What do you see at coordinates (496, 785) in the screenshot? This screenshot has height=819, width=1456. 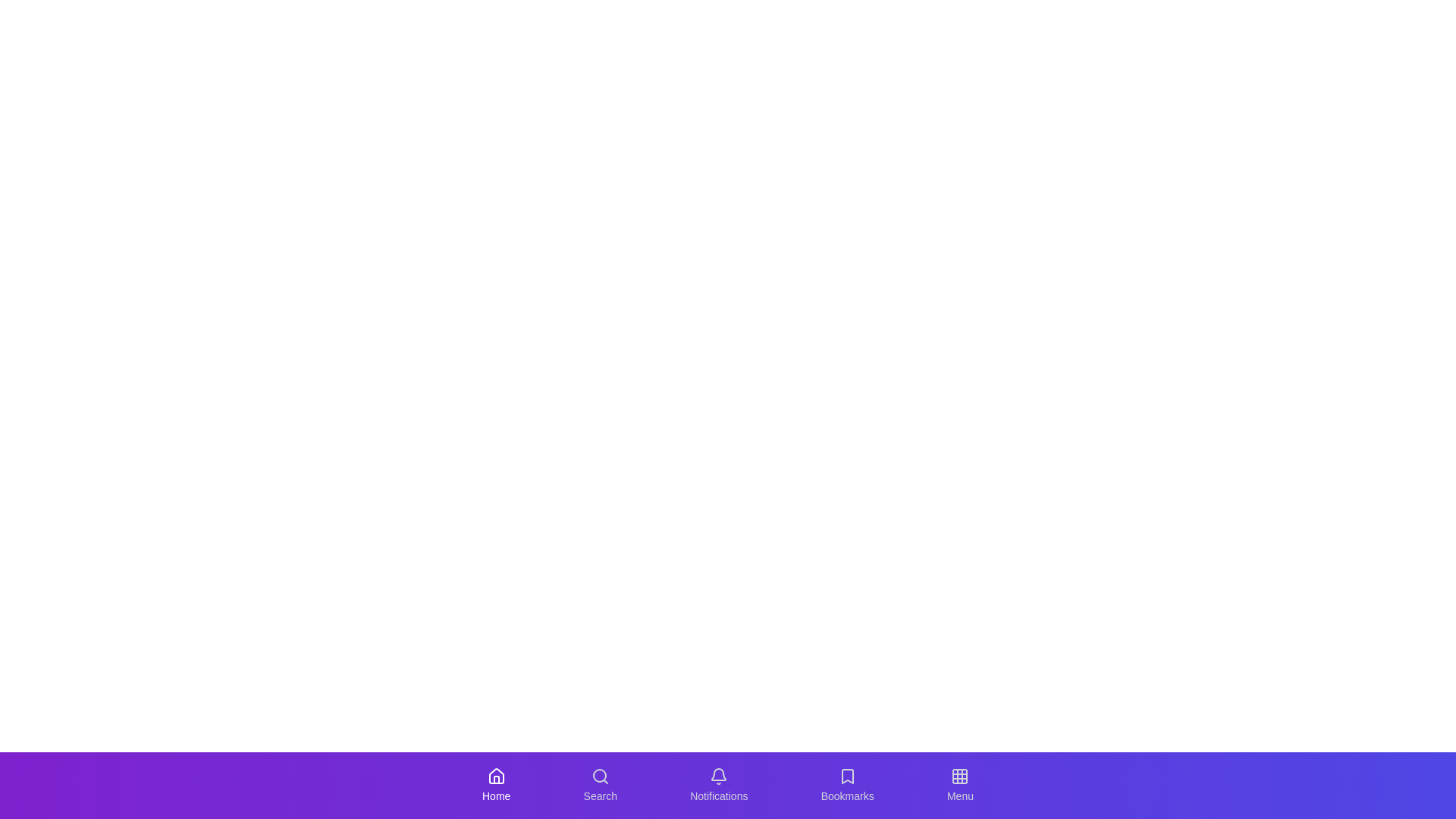 I see `the Home tab in the navigation bar` at bounding box center [496, 785].